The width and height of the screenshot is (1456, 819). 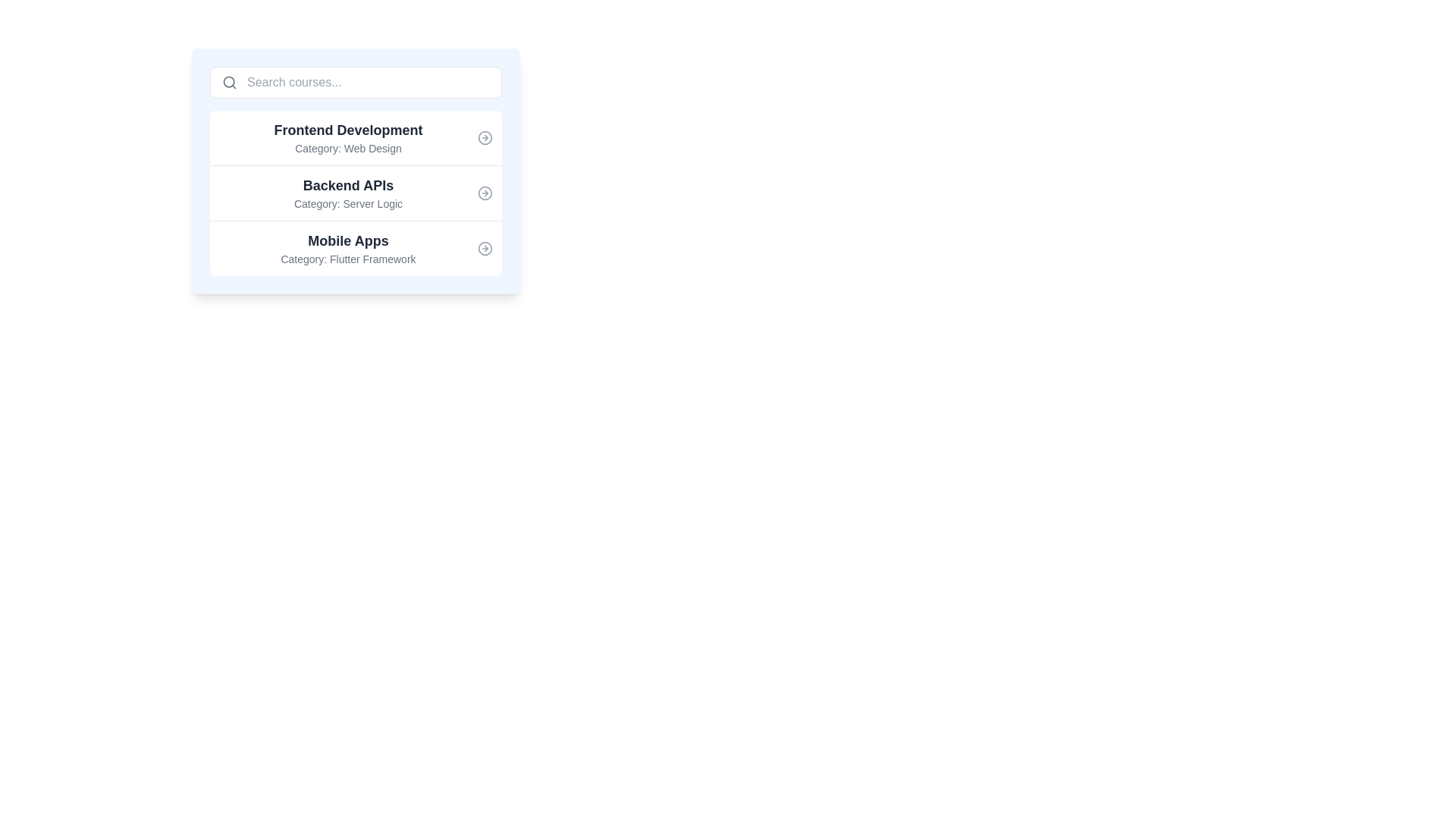 I want to click on the List Item displaying 'Frontend Development' for accessibility navigation, so click(x=355, y=137).